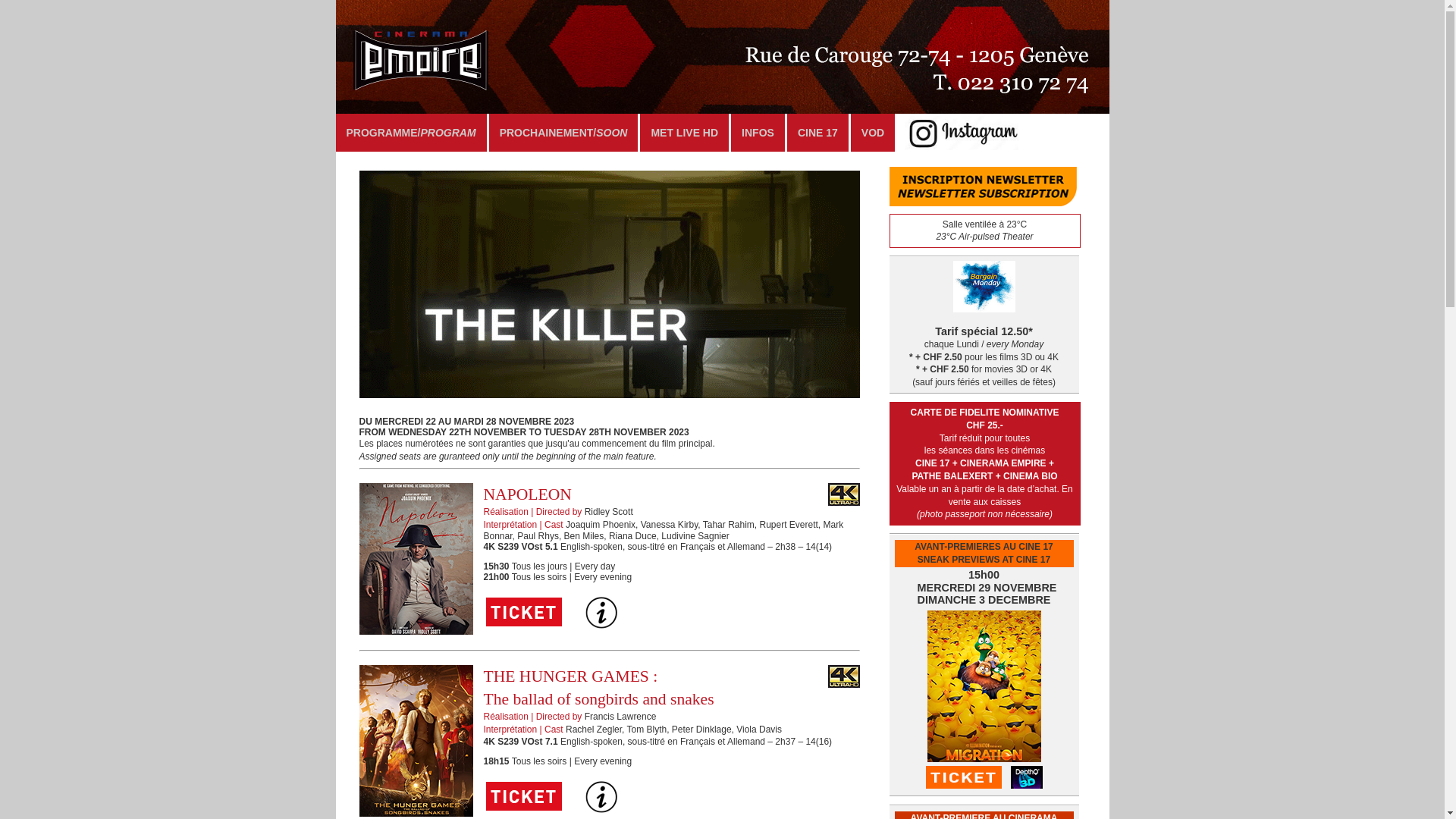 The width and height of the screenshot is (1456, 819). Describe the element at coordinates (873, 131) in the screenshot. I see `'VOD'` at that location.